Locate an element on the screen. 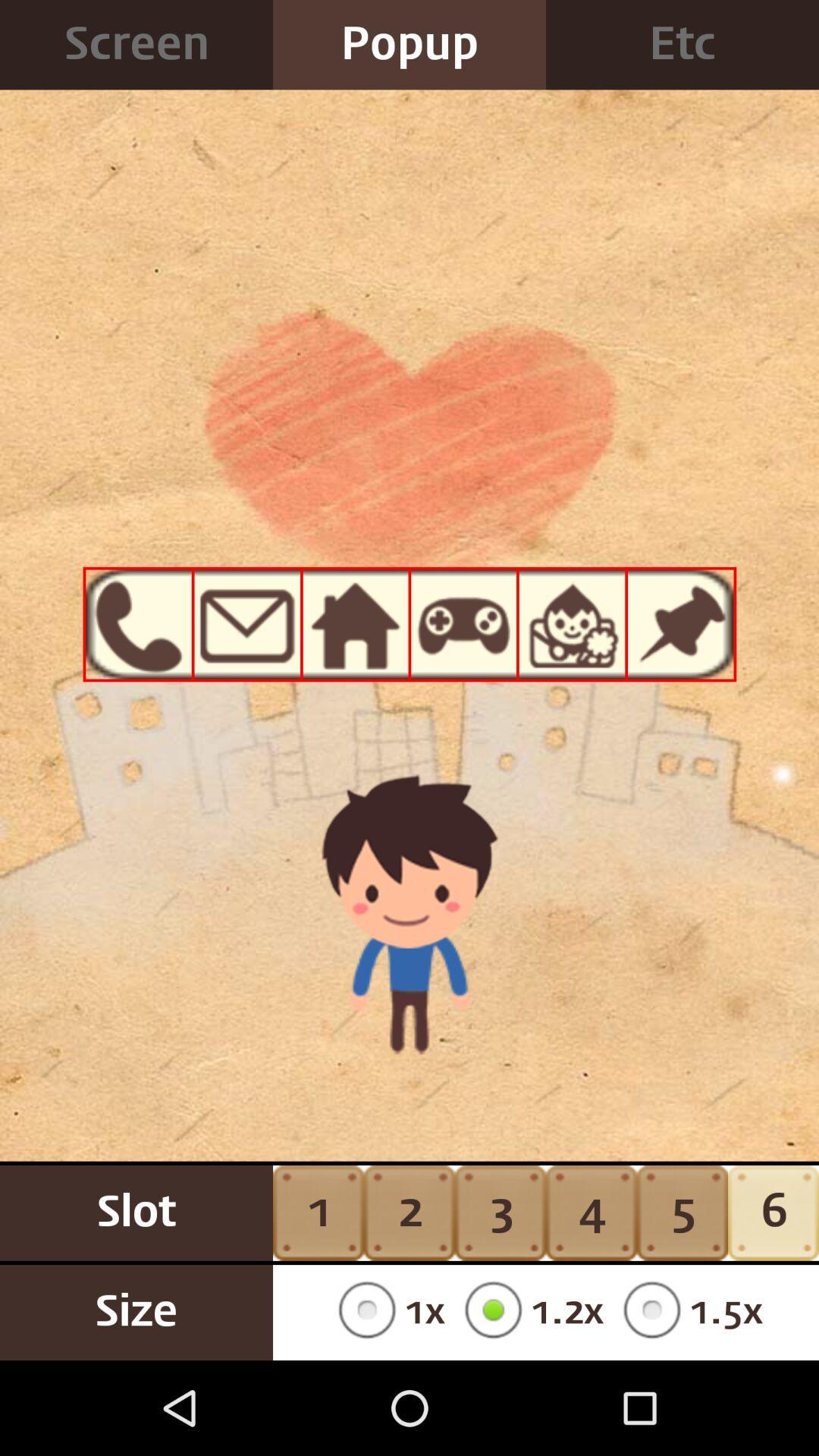 The height and width of the screenshot is (1456, 819). etc icon is located at coordinates (681, 45).